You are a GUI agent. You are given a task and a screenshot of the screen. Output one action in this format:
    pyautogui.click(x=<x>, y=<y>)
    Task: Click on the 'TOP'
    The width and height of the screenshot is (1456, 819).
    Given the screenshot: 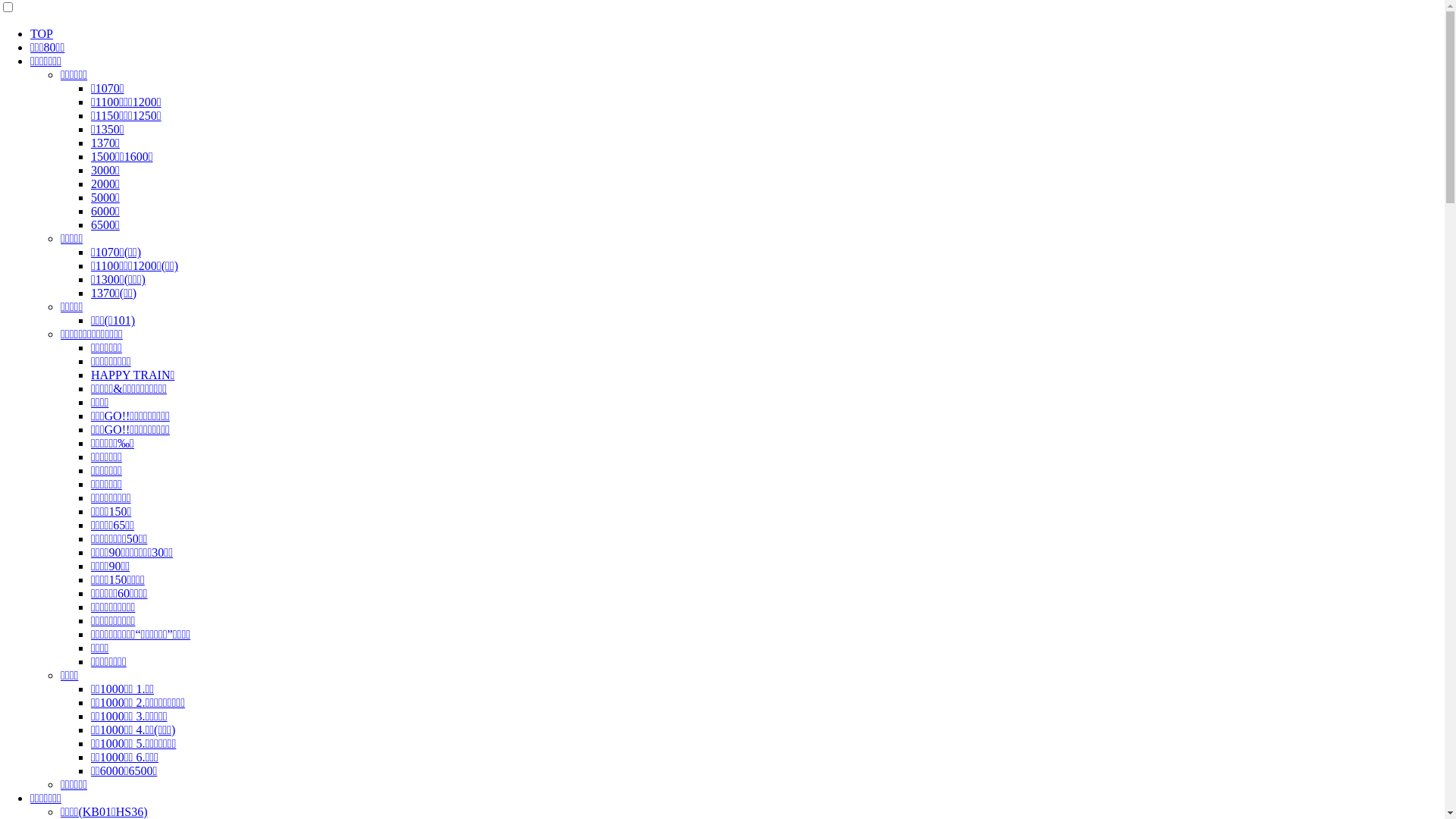 What is the action you would take?
    pyautogui.click(x=30, y=33)
    